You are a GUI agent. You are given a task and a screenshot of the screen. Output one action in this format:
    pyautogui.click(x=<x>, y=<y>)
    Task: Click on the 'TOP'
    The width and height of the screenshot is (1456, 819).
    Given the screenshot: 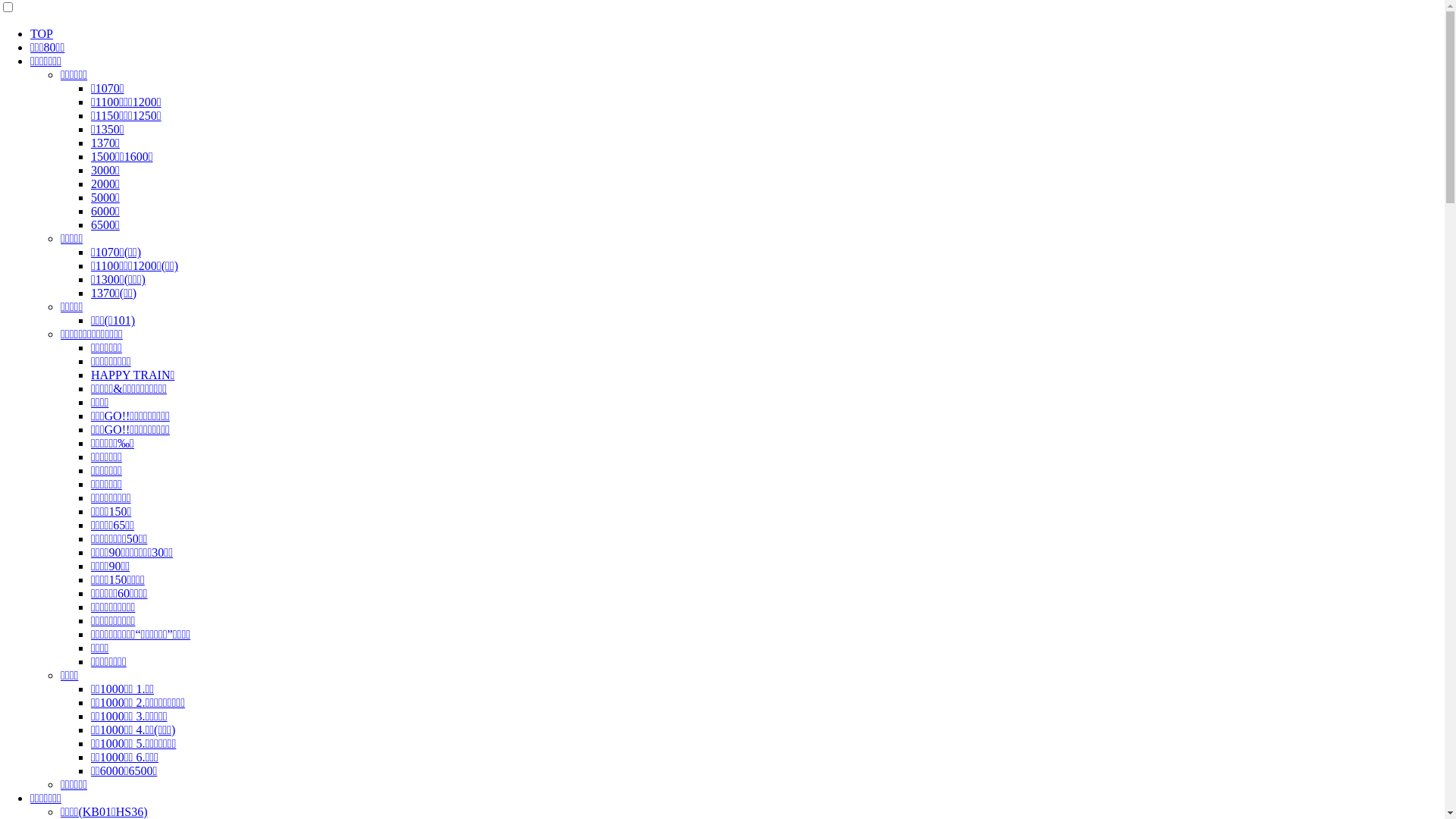 What is the action you would take?
    pyautogui.click(x=30, y=33)
    